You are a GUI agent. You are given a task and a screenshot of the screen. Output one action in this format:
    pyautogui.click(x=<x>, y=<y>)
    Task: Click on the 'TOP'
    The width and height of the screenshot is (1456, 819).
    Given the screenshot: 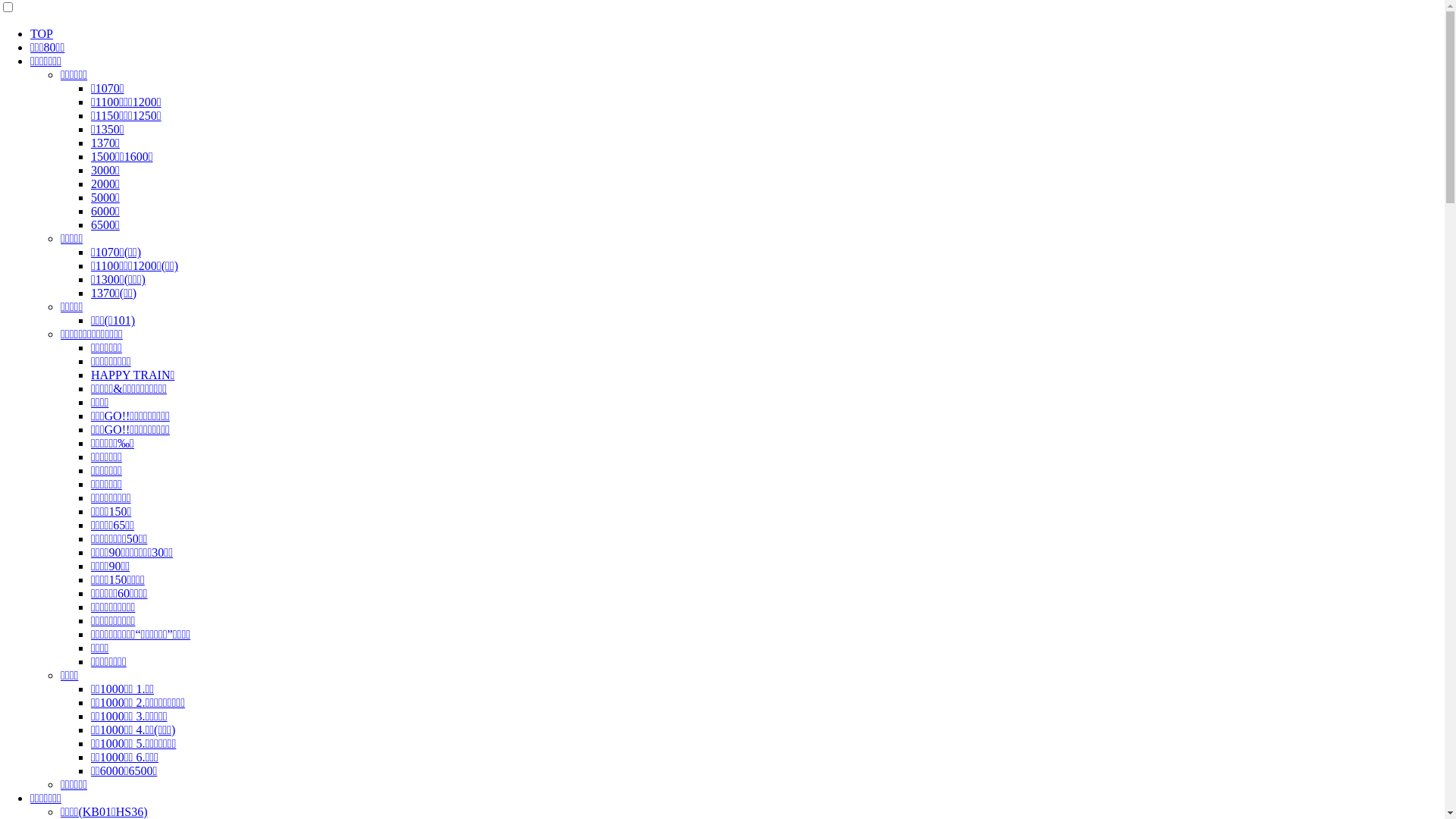 What is the action you would take?
    pyautogui.click(x=30, y=33)
    